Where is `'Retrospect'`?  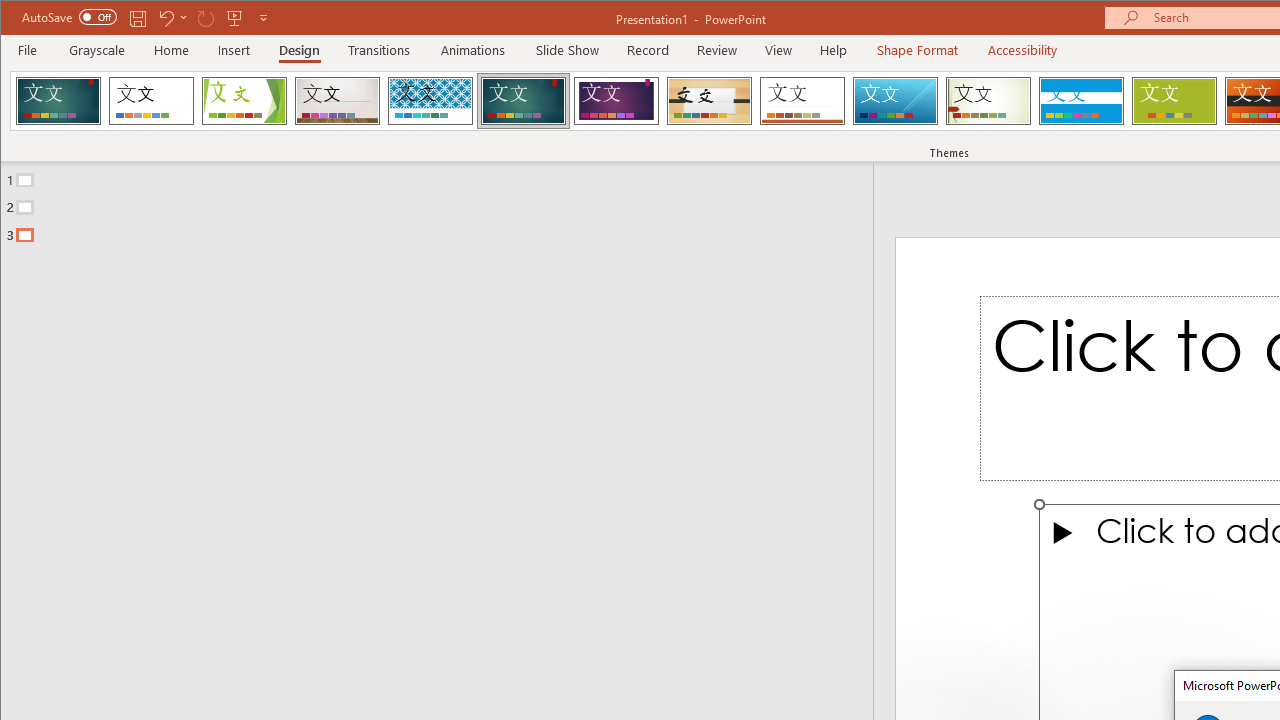 'Retrospect' is located at coordinates (802, 100).